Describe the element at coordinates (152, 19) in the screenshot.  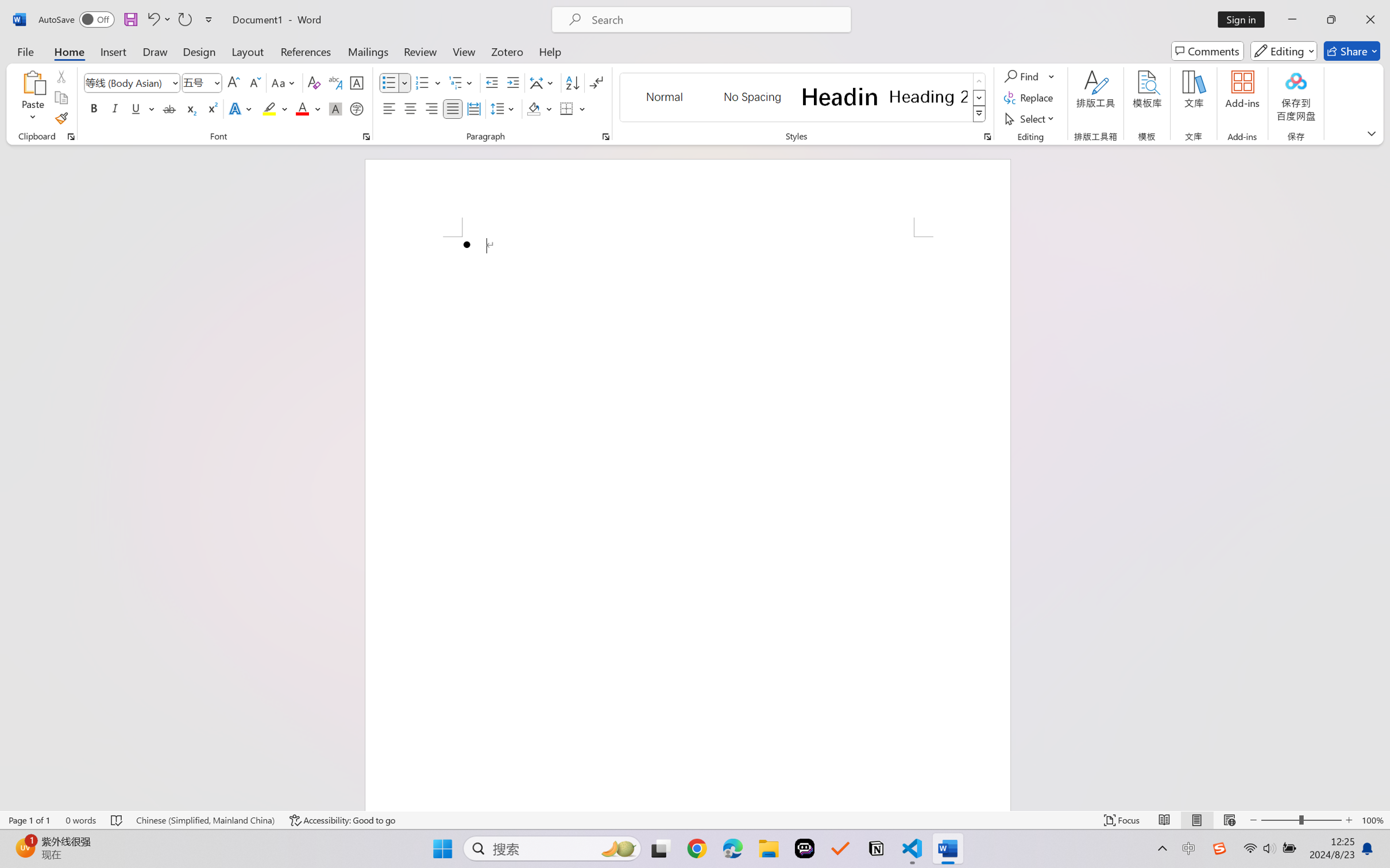
I see `'Undo Bullet Default'` at that location.